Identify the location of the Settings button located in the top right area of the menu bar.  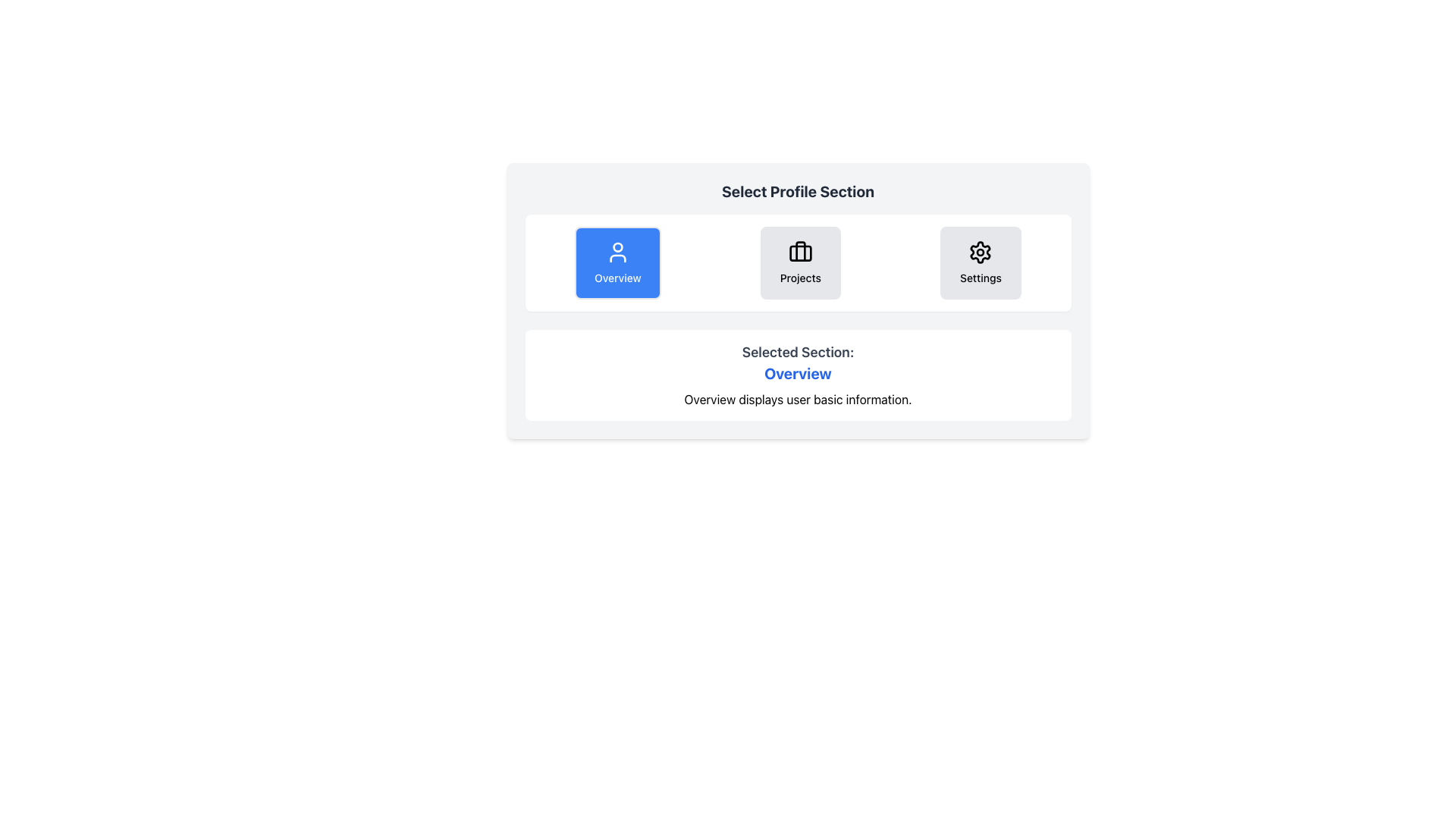
(981, 262).